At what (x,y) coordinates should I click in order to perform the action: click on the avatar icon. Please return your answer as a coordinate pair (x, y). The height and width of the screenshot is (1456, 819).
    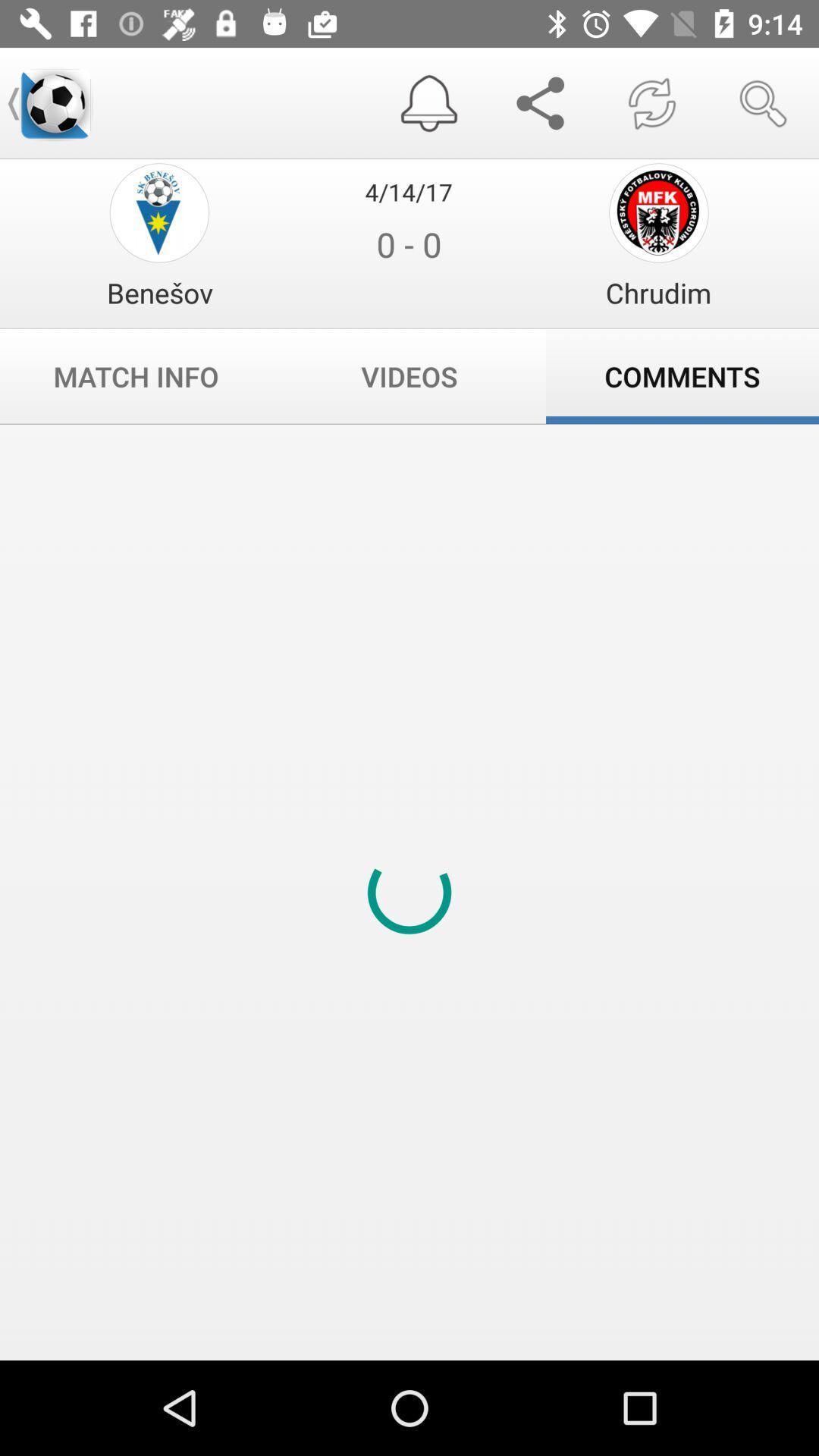
    Looking at the image, I should click on (159, 212).